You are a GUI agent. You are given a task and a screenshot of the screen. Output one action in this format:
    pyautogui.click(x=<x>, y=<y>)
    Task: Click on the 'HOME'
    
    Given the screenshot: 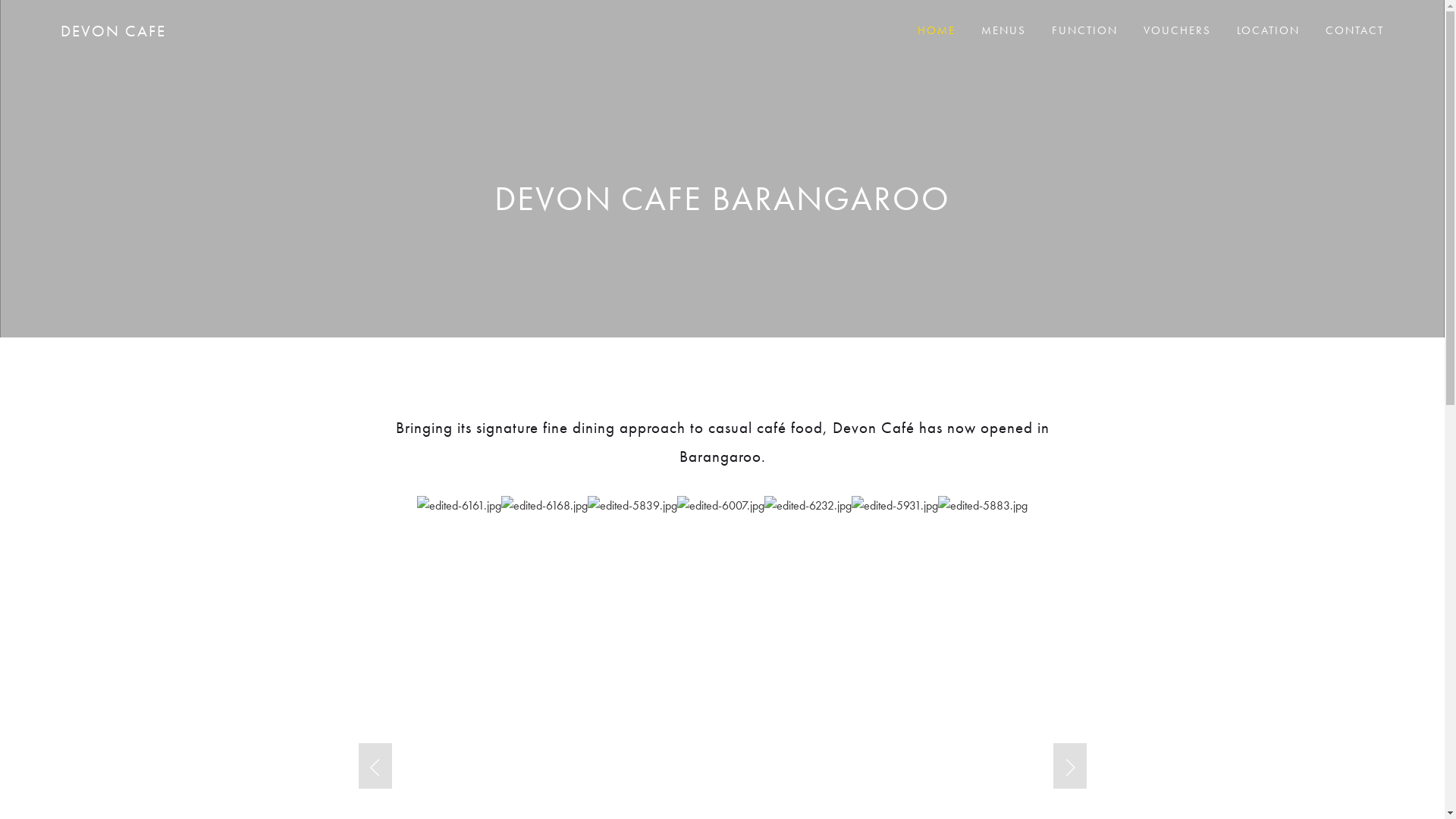 What is the action you would take?
    pyautogui.click(x=935, y=30)
    